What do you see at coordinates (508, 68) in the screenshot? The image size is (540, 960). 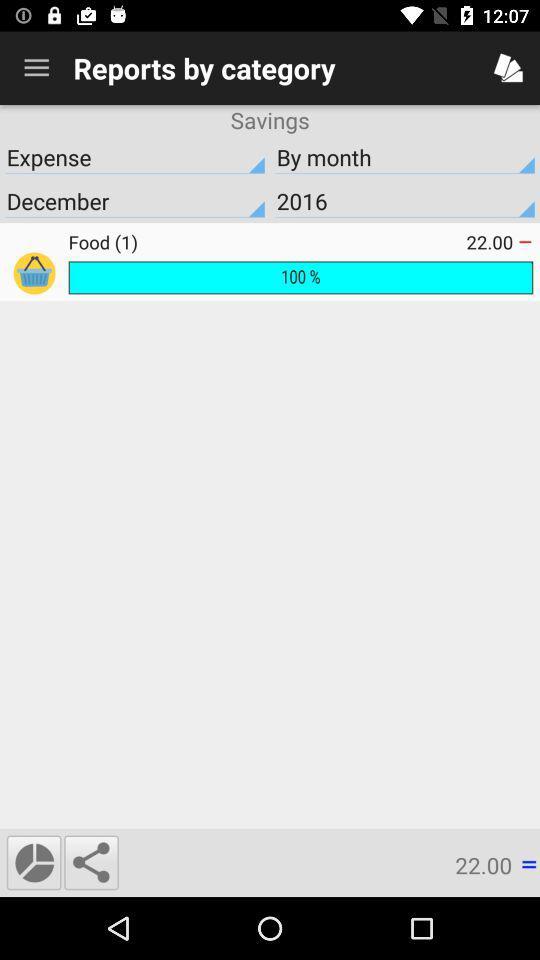 I see `item to the right of the reports by category icon` at bounding box center [508, 68].